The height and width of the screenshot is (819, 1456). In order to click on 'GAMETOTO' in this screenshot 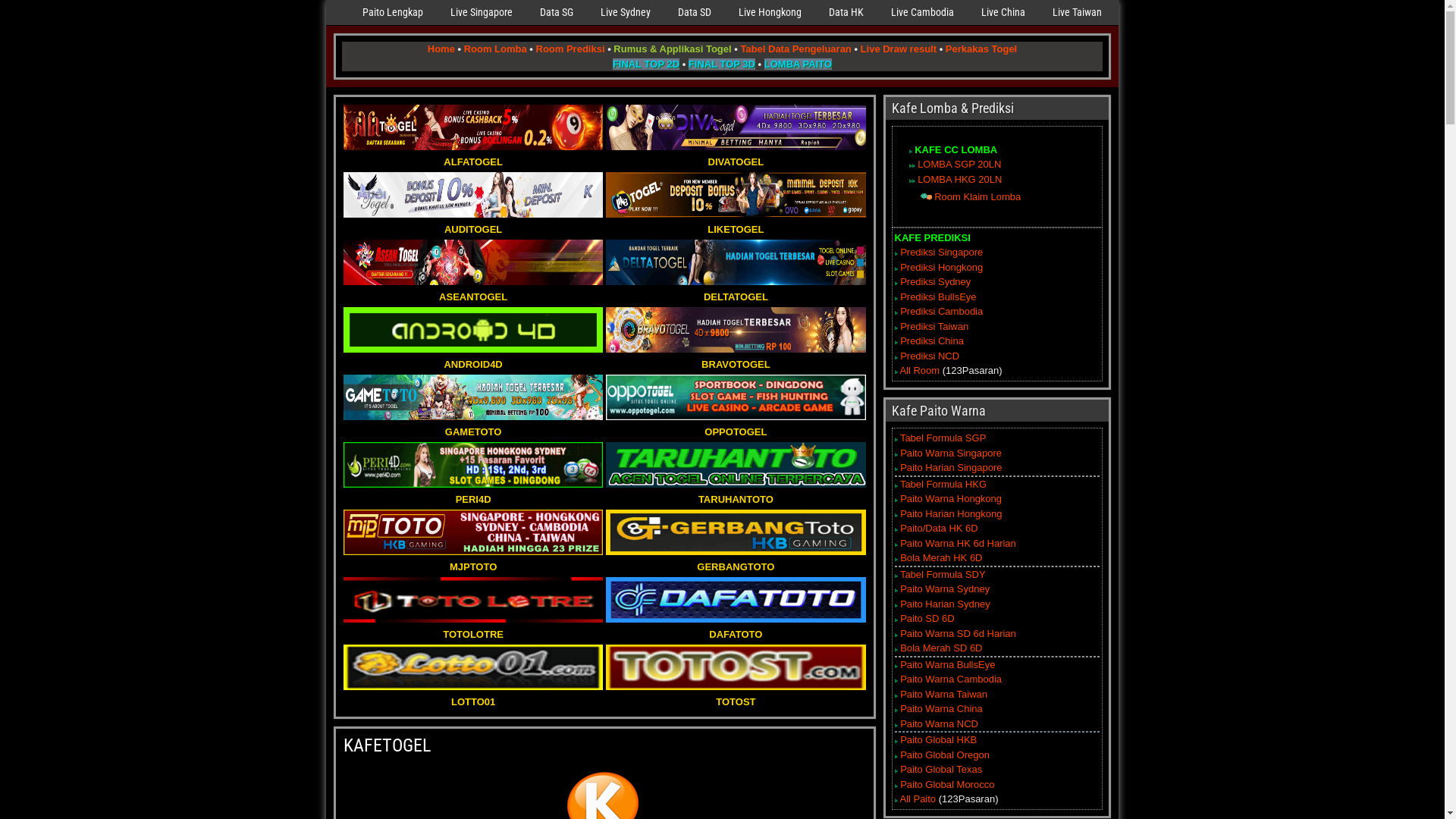, I will do `click(472, 424)`.